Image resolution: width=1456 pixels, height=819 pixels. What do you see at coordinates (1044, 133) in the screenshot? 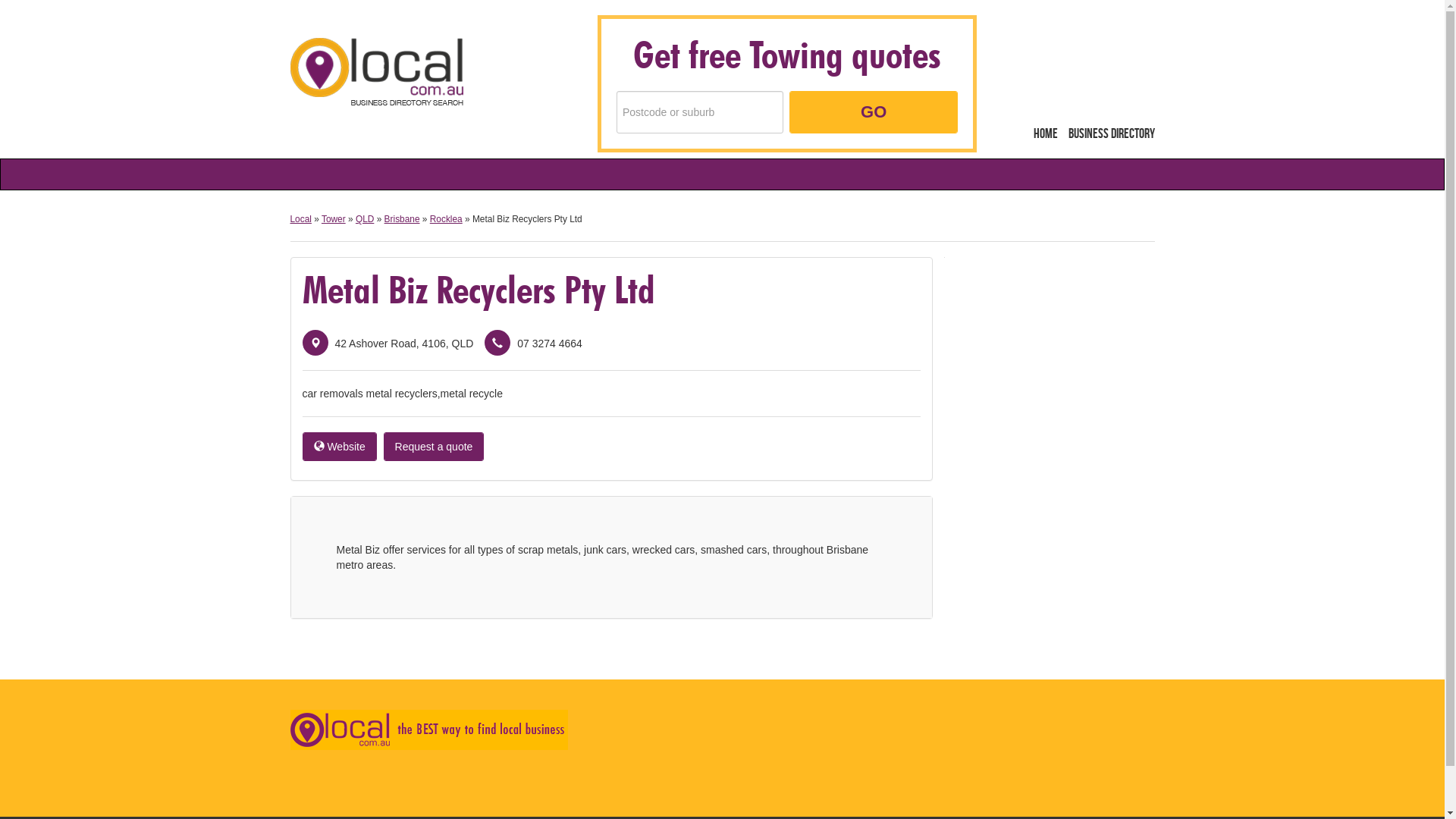
I see `'Home'` at bounding box center [1044, 133].